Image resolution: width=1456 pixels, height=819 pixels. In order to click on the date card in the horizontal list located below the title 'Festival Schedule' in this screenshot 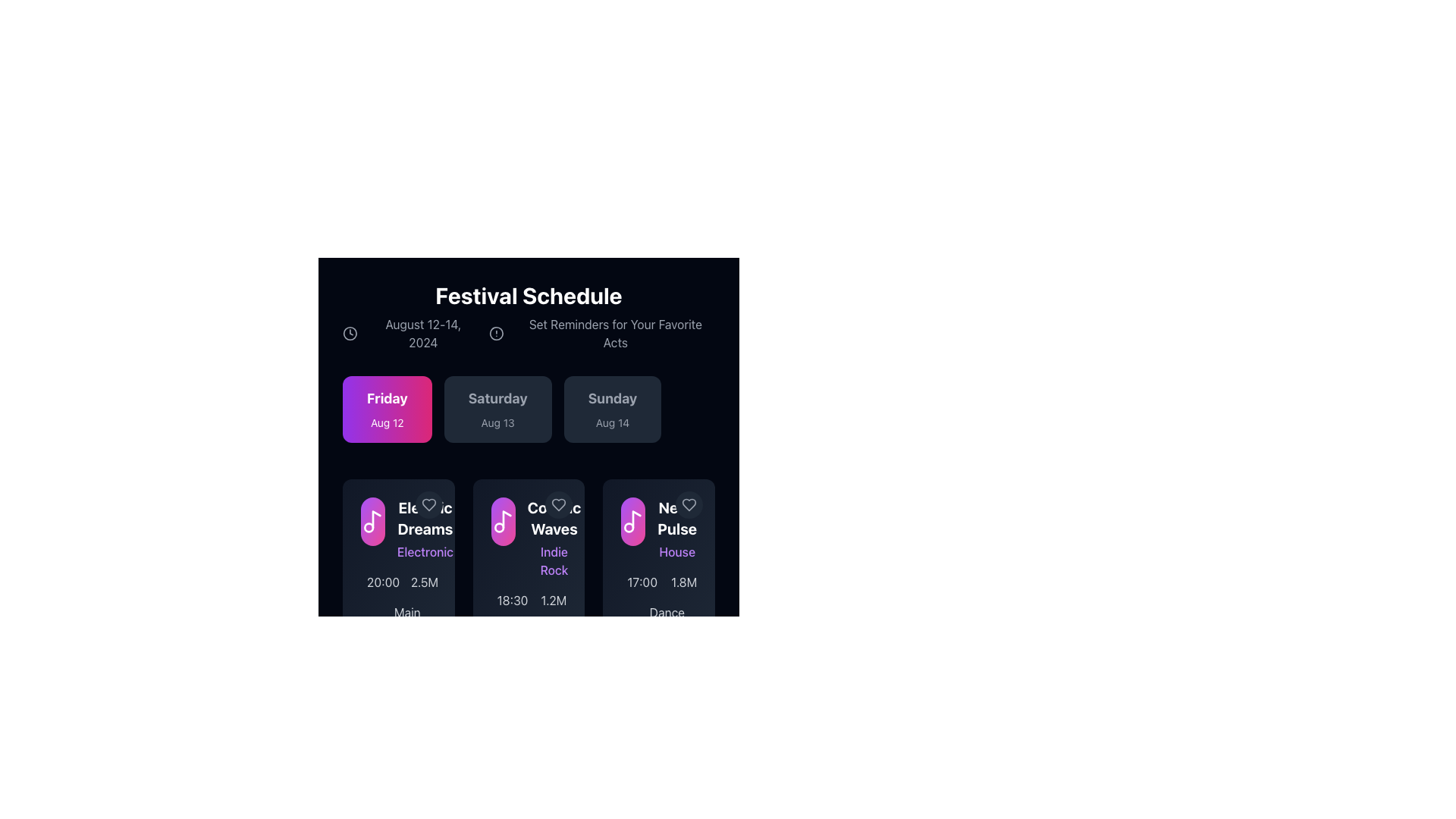, I will do `click(529, 415)`.